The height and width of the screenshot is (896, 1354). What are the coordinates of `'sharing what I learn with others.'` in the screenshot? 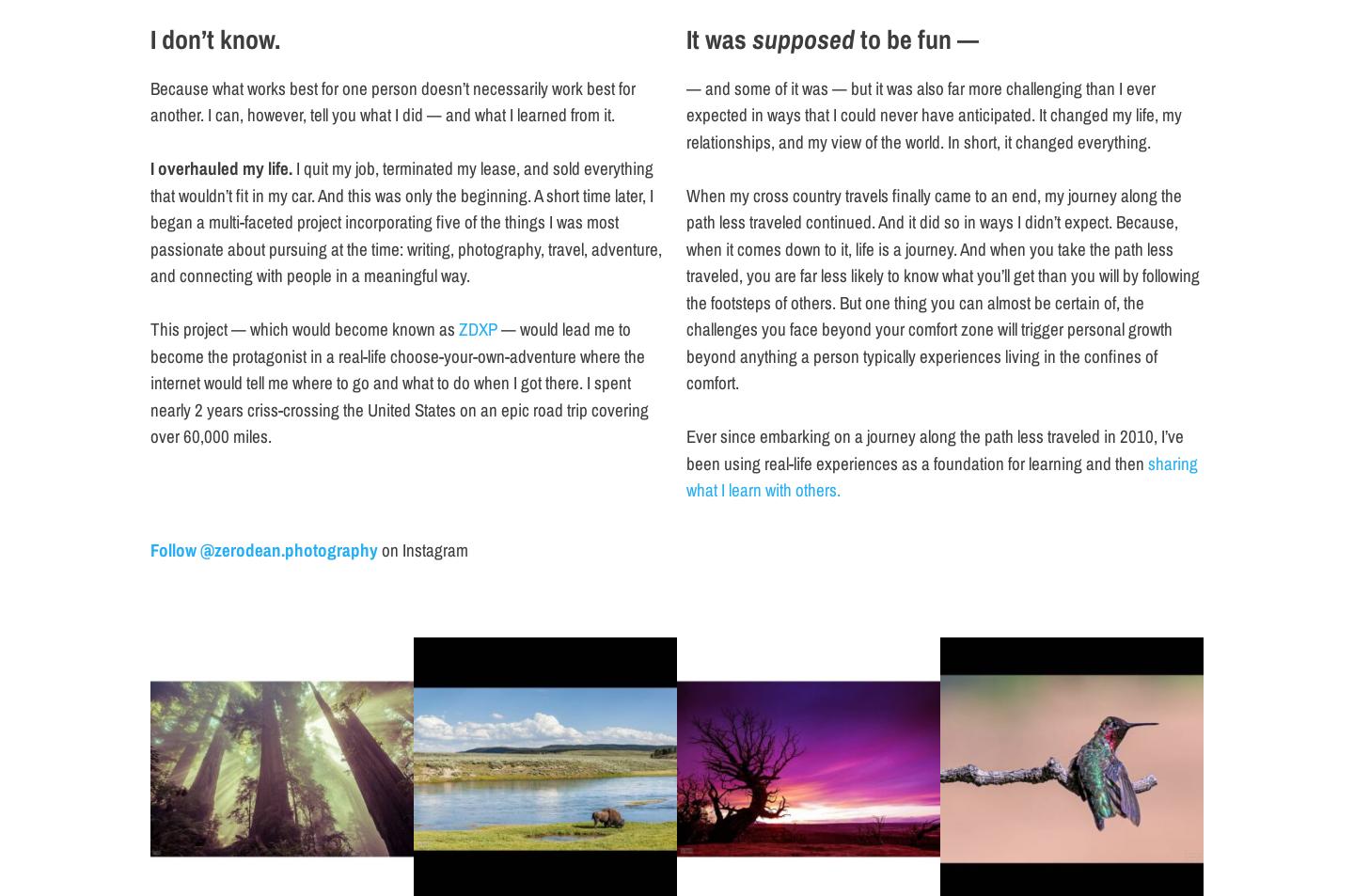 It's located at (940, 476).